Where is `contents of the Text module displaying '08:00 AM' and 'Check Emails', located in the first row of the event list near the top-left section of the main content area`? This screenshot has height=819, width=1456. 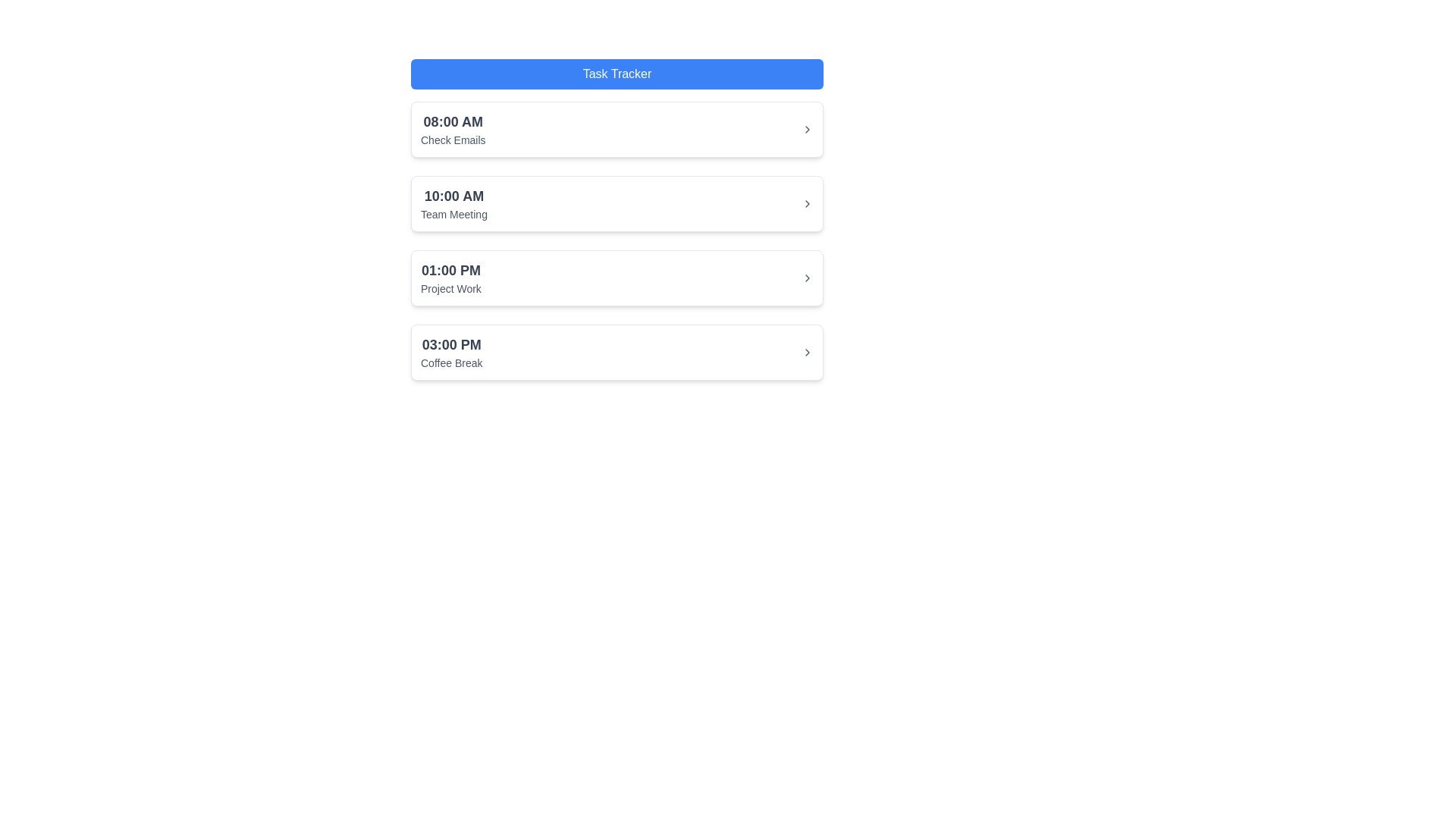 contents of the Text module displaying '08:00 AM' and 'Check Emails', located in the first row of the event list near the top-left section of the main content area is located at coordinates (452, 128).